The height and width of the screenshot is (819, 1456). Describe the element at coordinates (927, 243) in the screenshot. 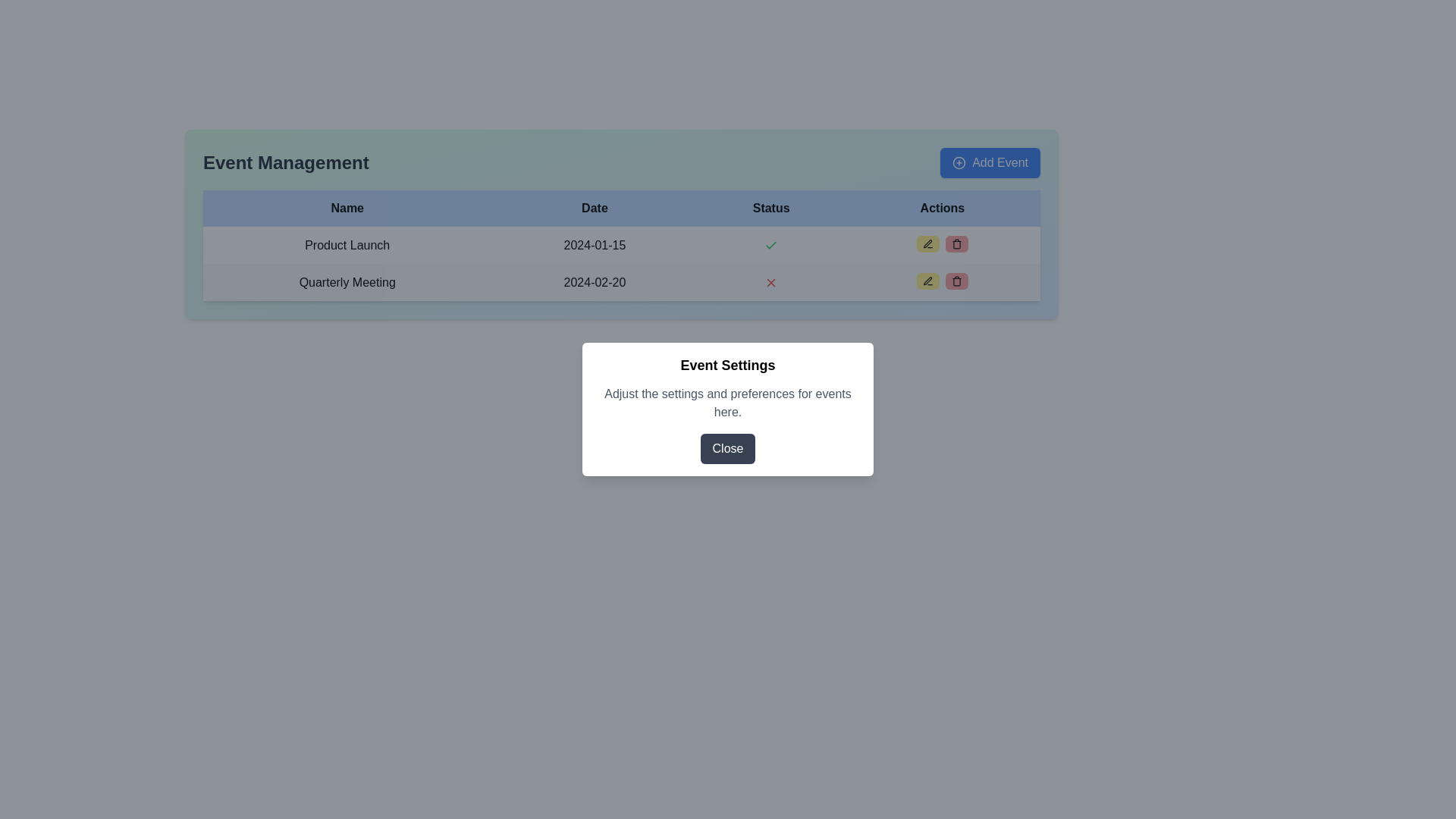

I see `the 'Edit' icon button located in the 'Actions' column of the event titled 'Quarterly Meeting'` at that location.